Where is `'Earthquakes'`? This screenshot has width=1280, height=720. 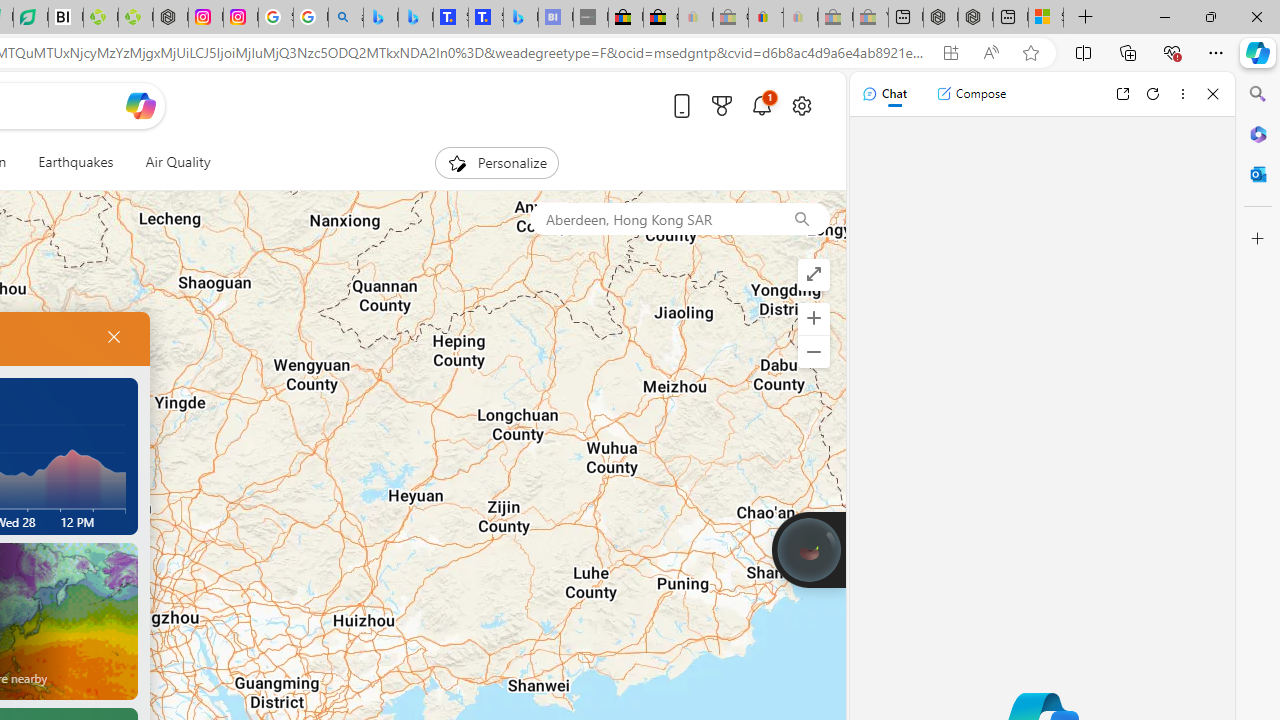 'Earthquakes' is located at coordinates (76, 162).